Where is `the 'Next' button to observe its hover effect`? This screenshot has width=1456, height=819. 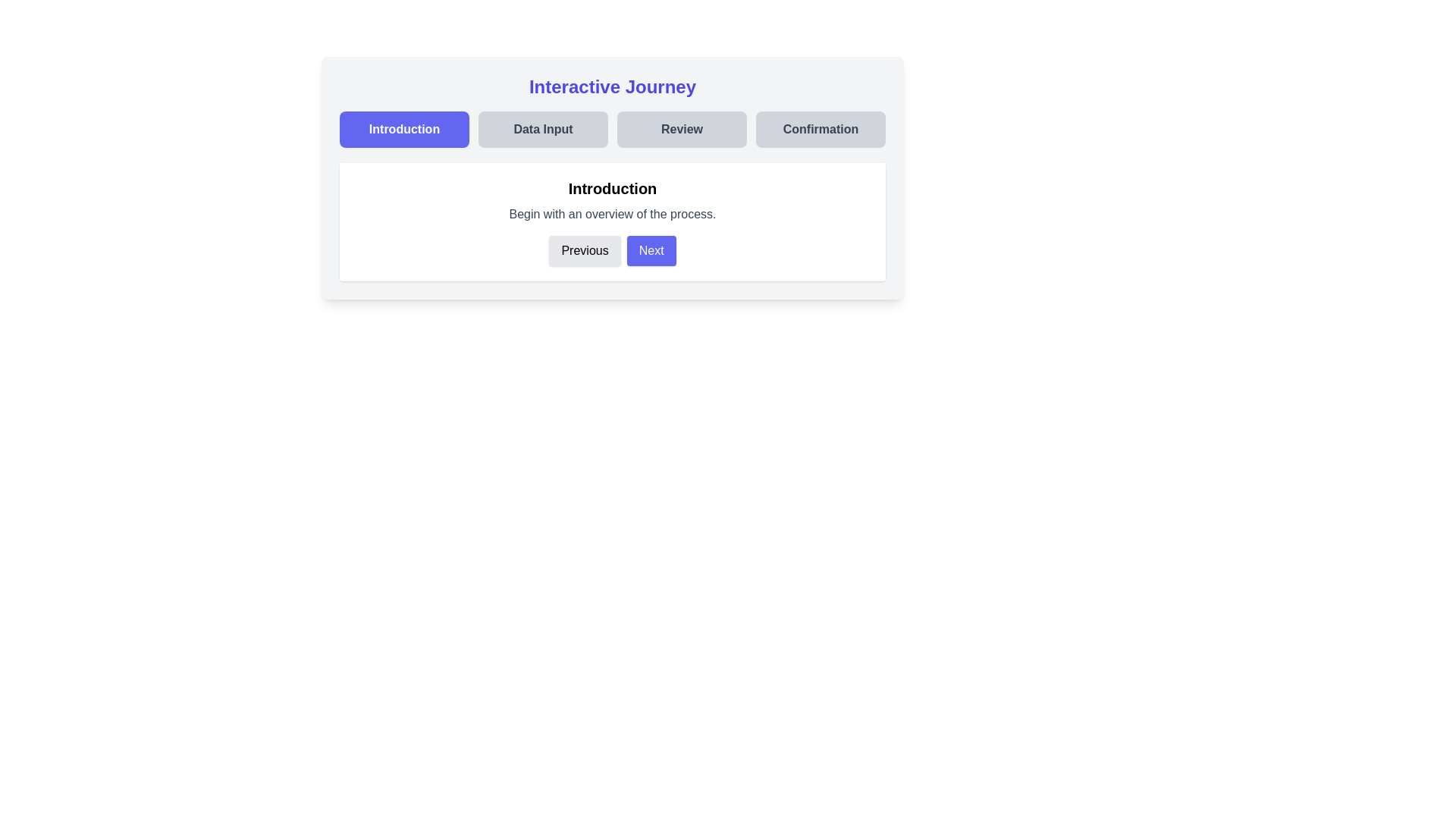 the 'Next' button to observe its hover effect is located at coordinates (651, 250).